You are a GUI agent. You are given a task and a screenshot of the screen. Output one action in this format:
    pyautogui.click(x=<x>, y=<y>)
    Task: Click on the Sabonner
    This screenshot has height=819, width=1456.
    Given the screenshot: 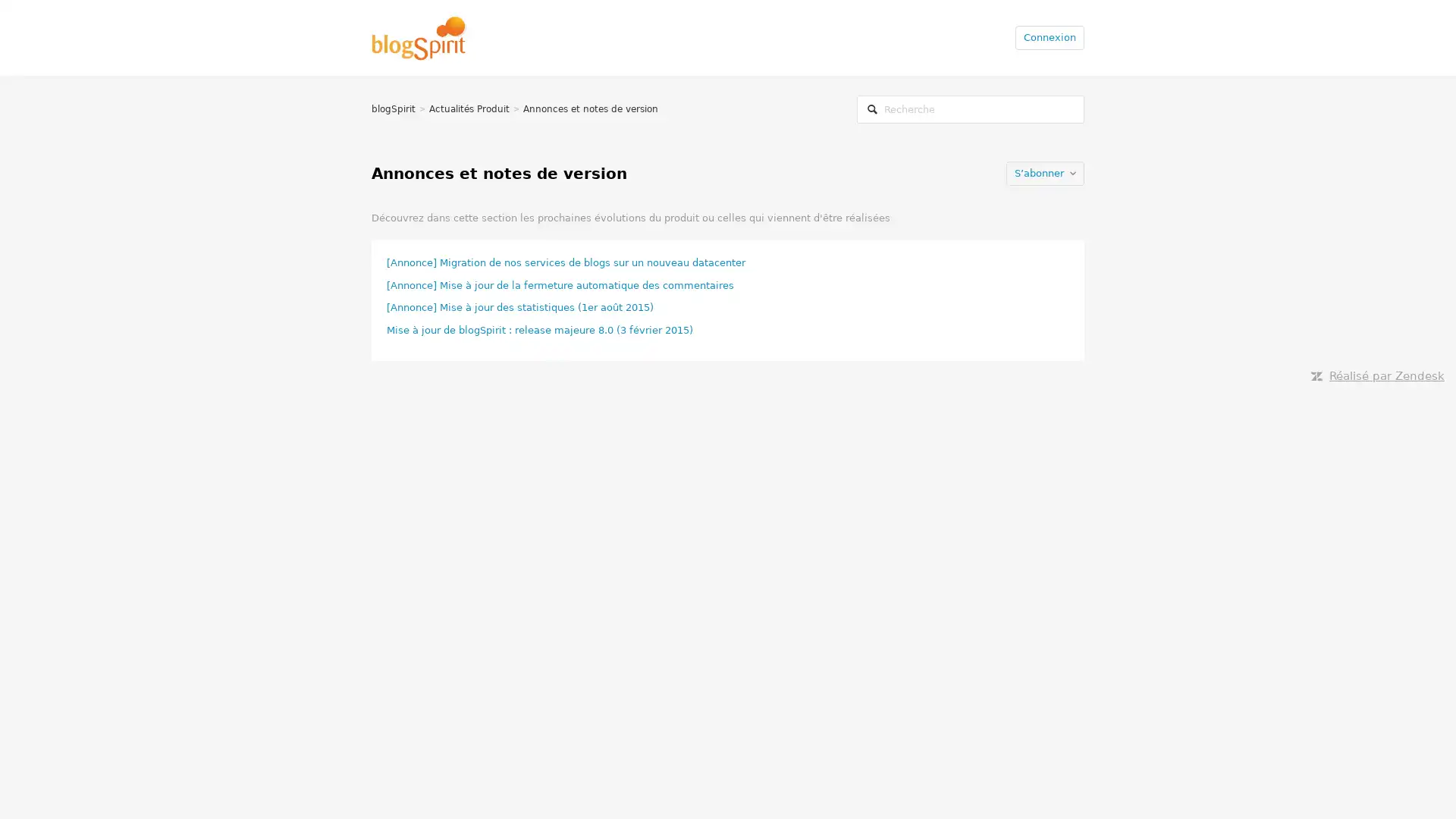 What is the action you would take?
    pyautogui.click(x=1044, y=171)
    